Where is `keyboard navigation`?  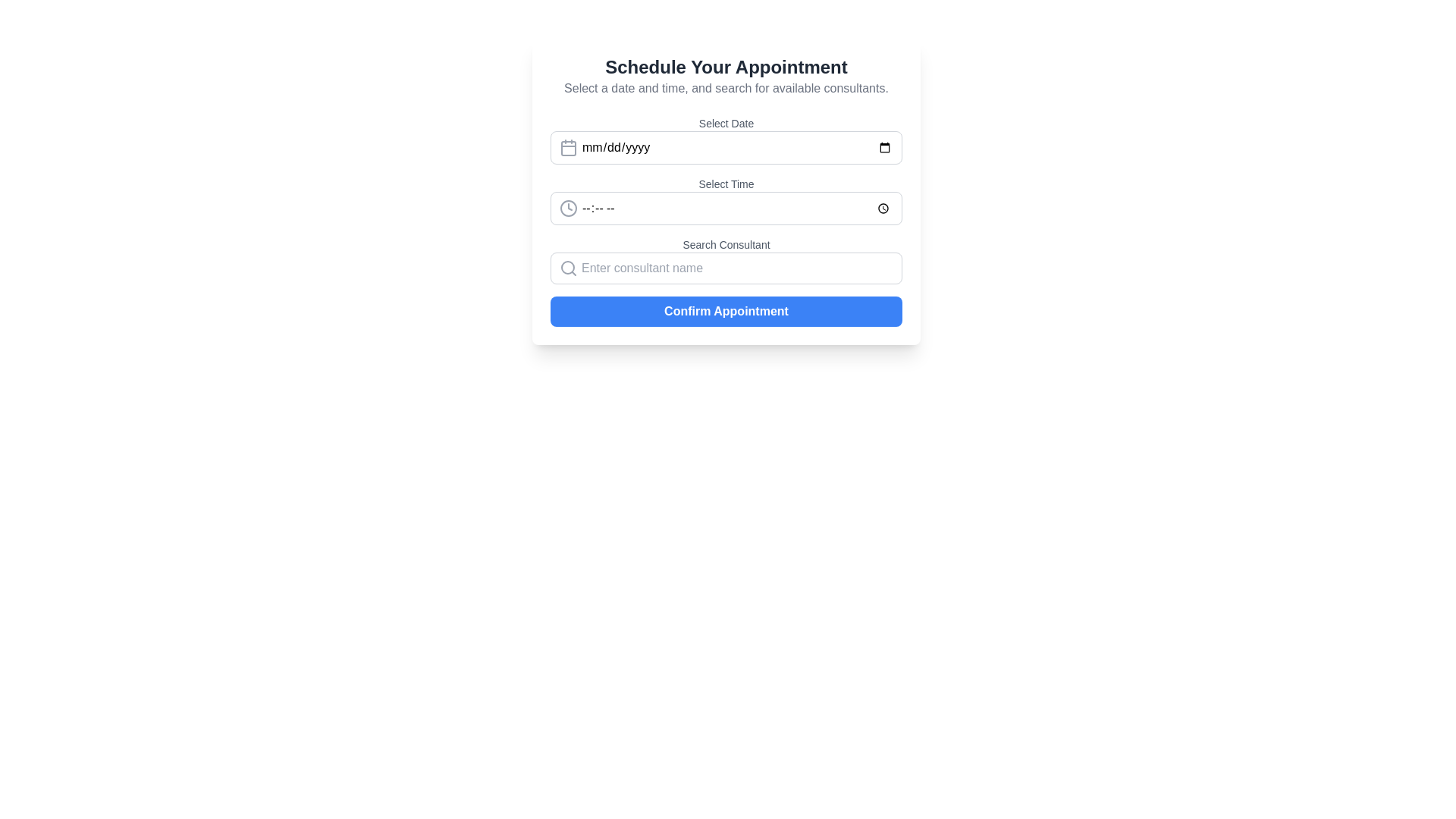
keyboard navigation is located at coordinates (726, 208).